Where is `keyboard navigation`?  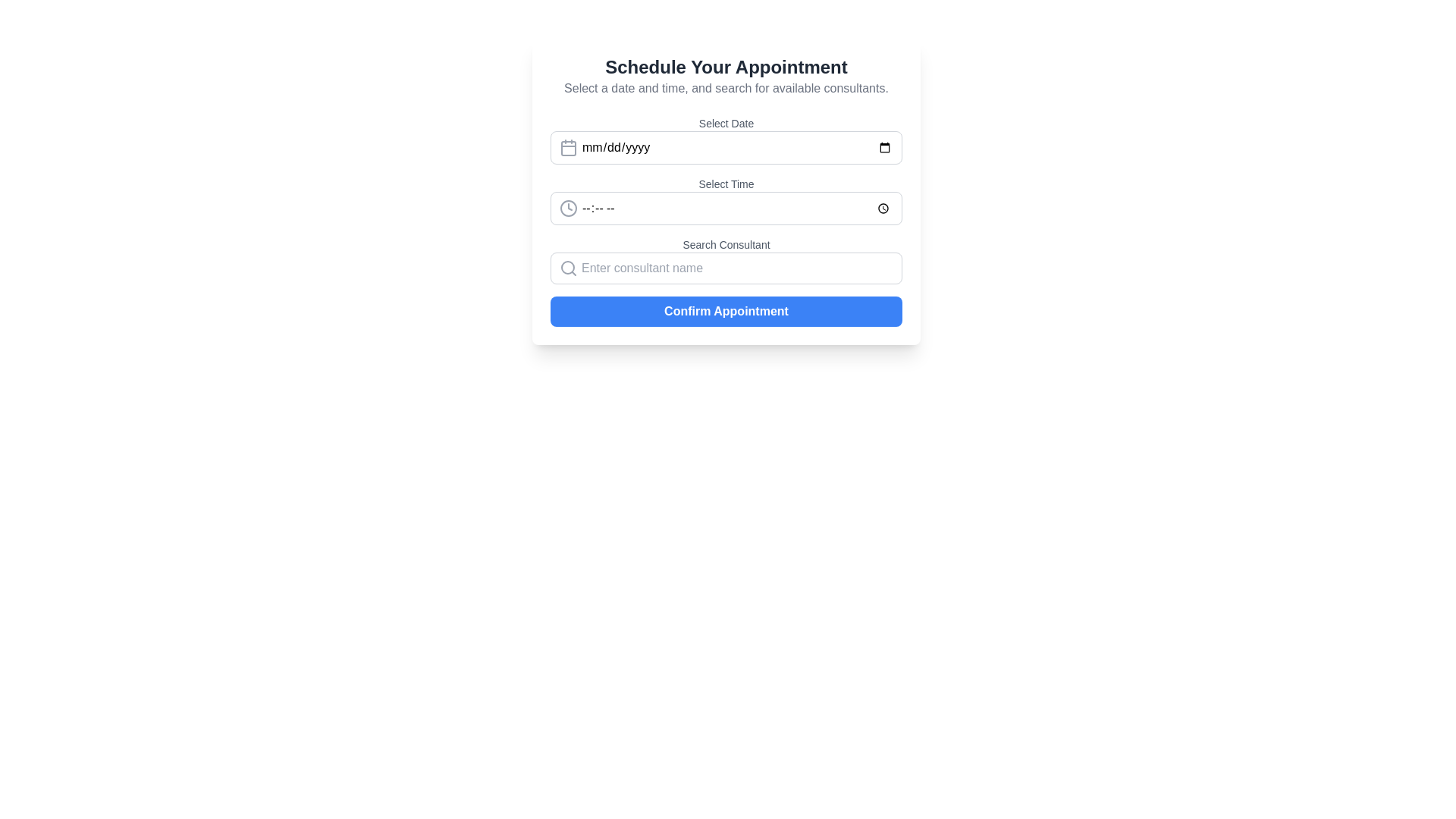
keyboard navigation is located at coordinates (726, 208).